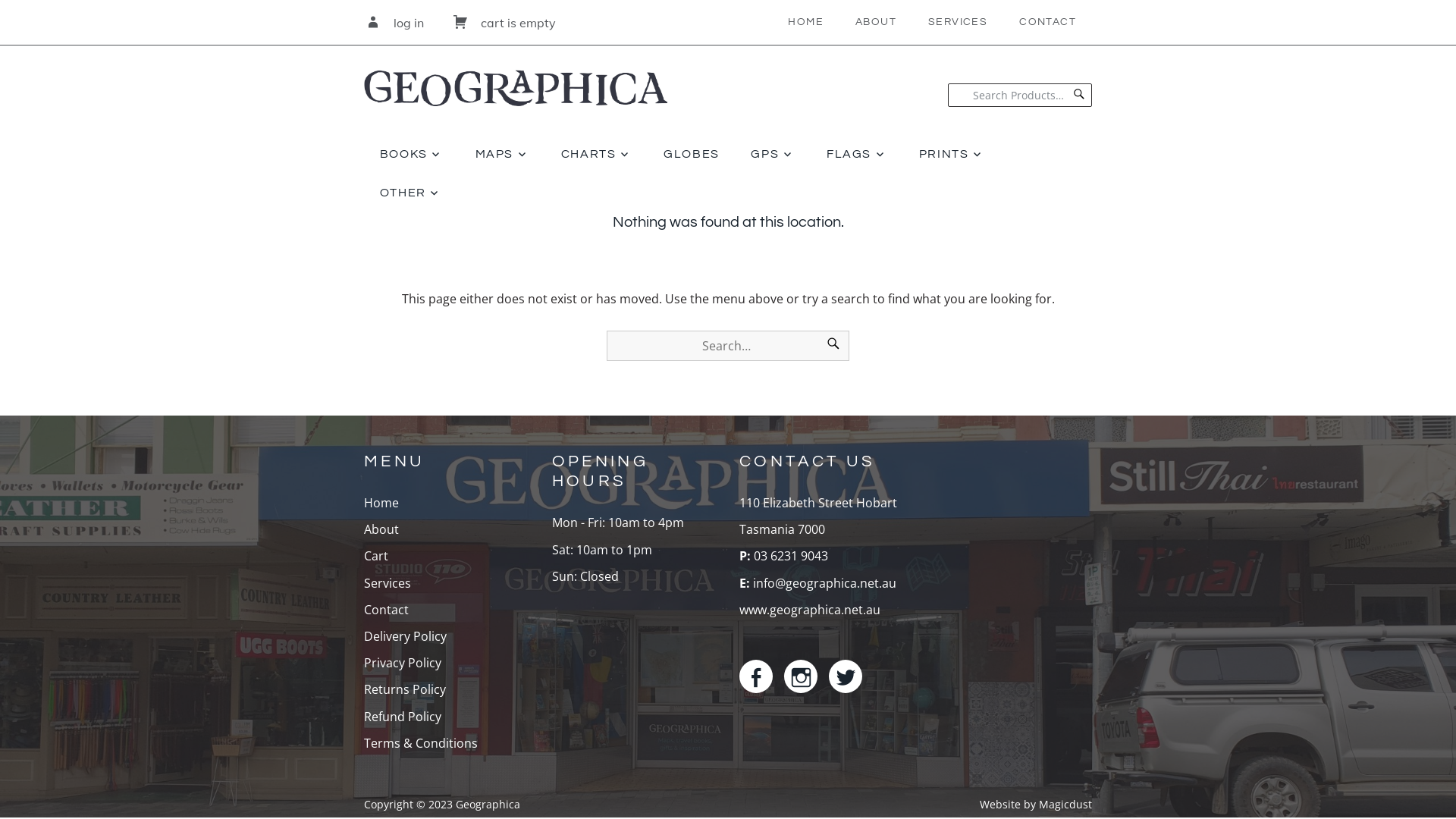 This screenshot has height=819, width=1456. Describe the element at coordinates (648, 154) in the screenshot. I see `'GLOBES'` at that location.